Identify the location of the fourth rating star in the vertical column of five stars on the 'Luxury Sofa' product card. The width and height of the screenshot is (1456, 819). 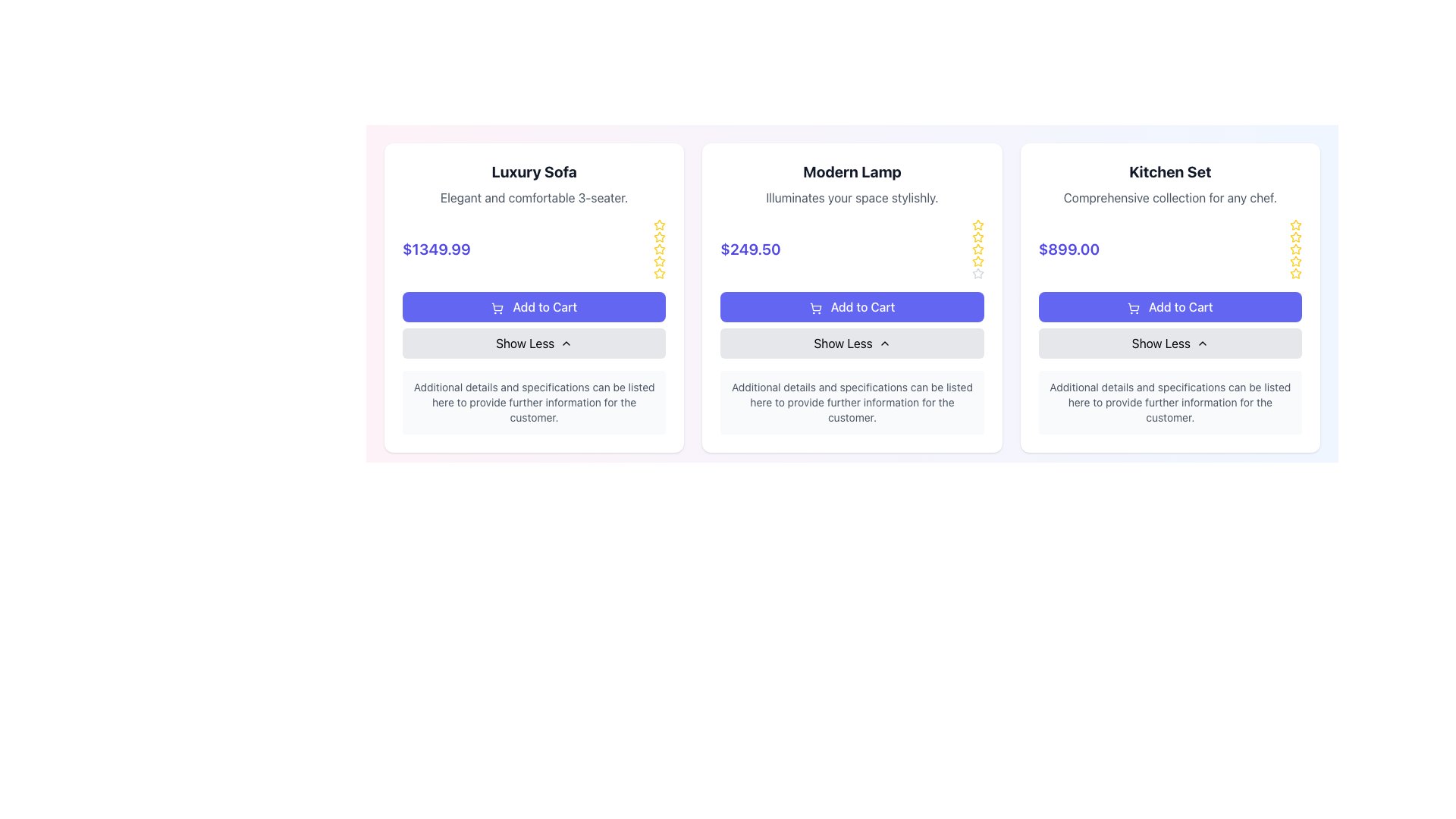
(660, 248).